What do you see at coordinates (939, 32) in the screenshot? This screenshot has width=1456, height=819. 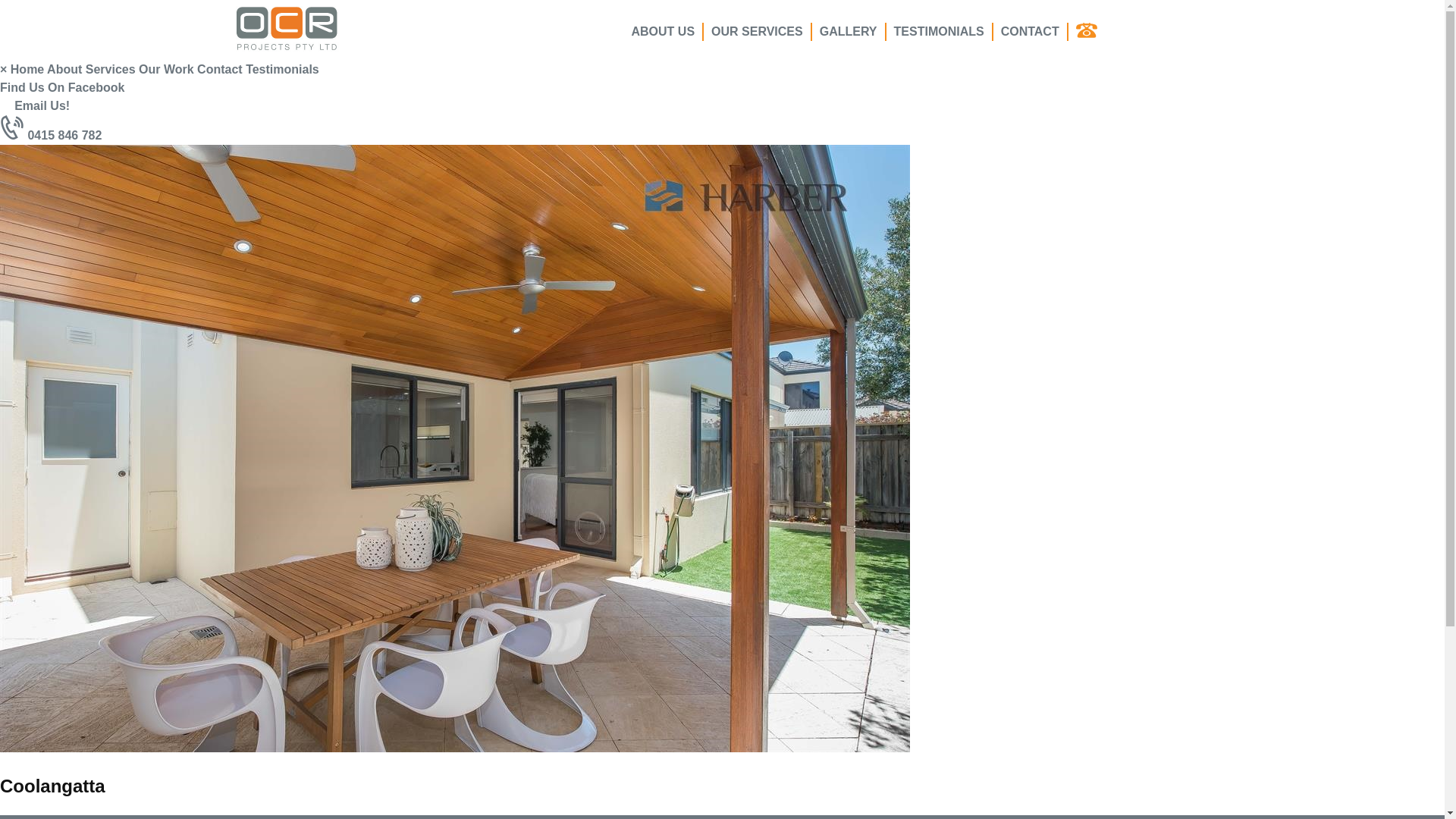 I see `'TESTIMONIALS'` at bounding box center [939, 32].